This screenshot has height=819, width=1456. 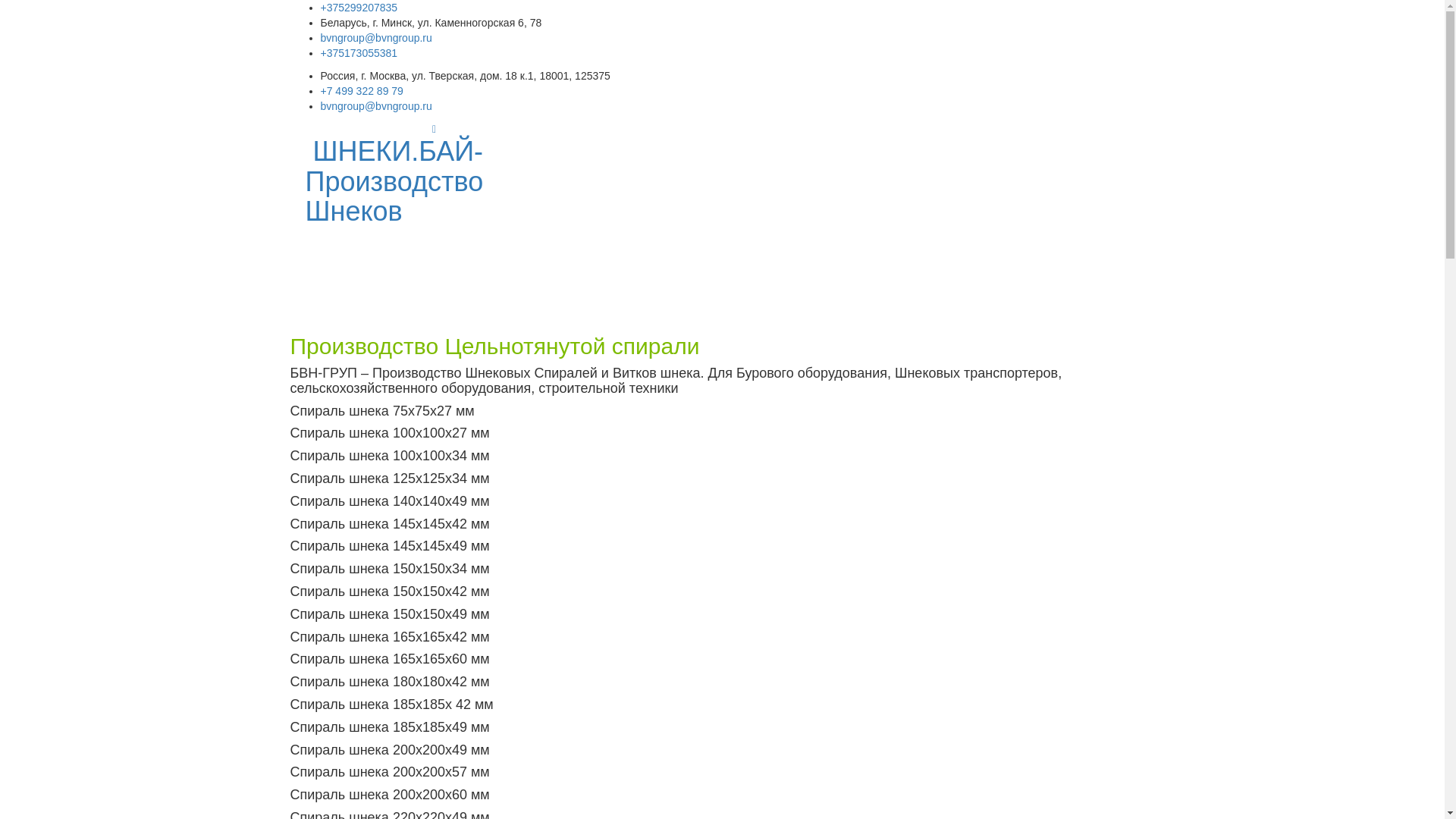 What do you see at coordinates (360, 90) in the screenshot?
I see `'+7 499 322 89 79'` at bounding box center [360, 90].